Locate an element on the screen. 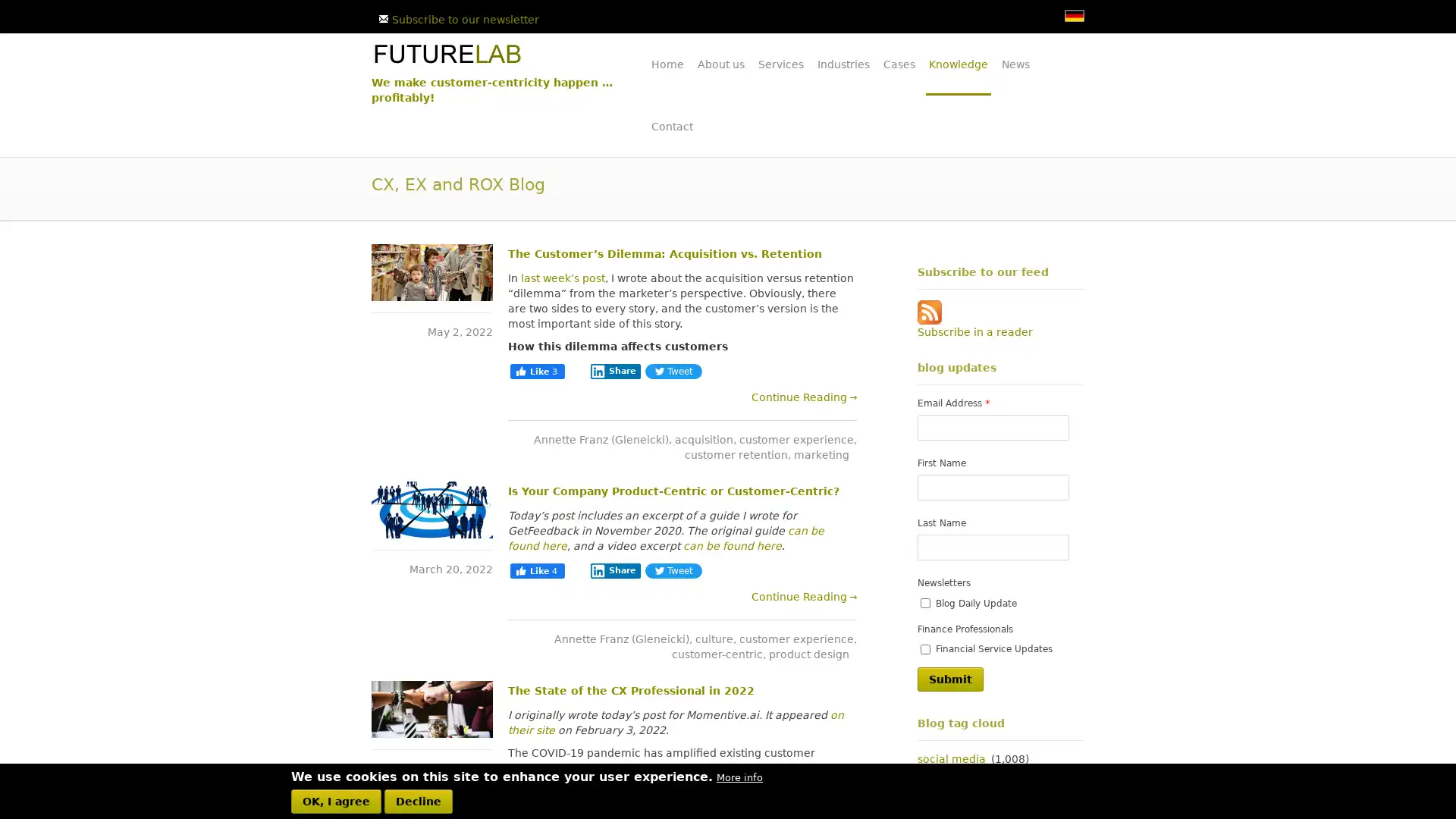 This screenshot has height=819, width=1456. Share is located at coordinates (615, 371).